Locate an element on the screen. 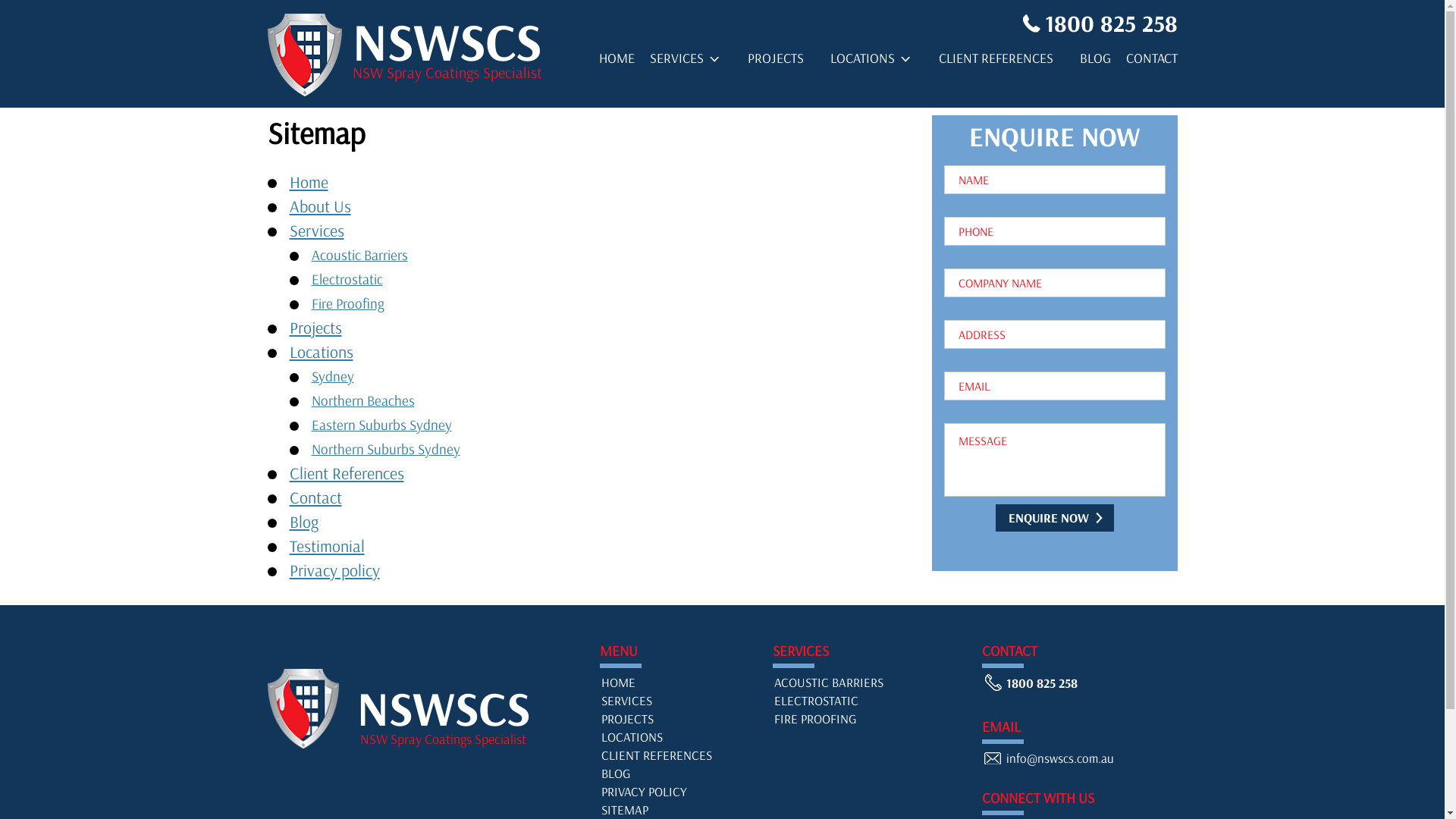  'PROJECTS' is located at coordinates (600, 717).